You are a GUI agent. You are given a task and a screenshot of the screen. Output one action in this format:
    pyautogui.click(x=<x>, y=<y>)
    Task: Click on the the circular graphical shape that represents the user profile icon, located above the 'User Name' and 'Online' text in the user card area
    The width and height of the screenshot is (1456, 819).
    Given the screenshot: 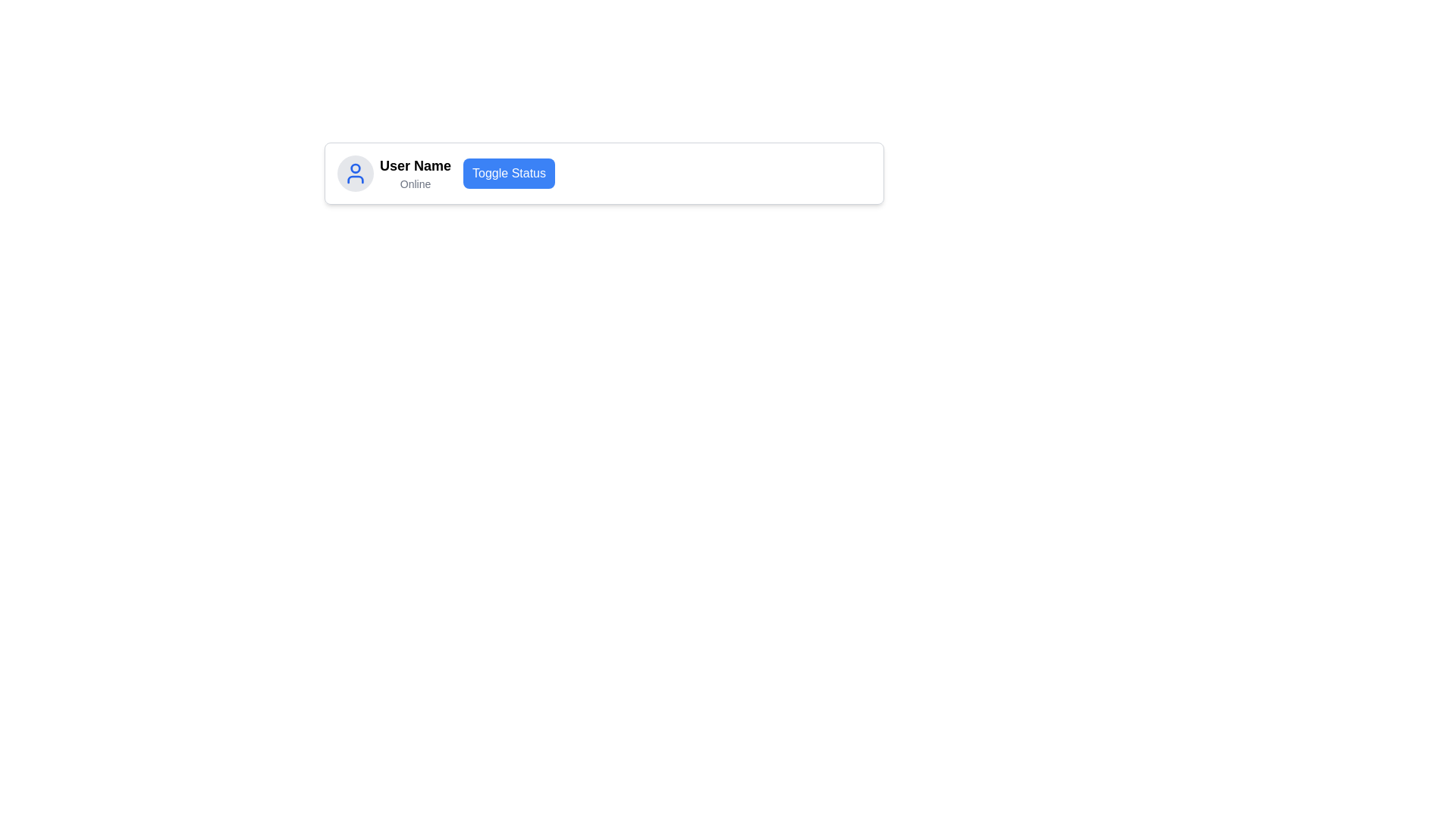 What is the action you would take?
    pyautogui.click(x=355, y=168)
    